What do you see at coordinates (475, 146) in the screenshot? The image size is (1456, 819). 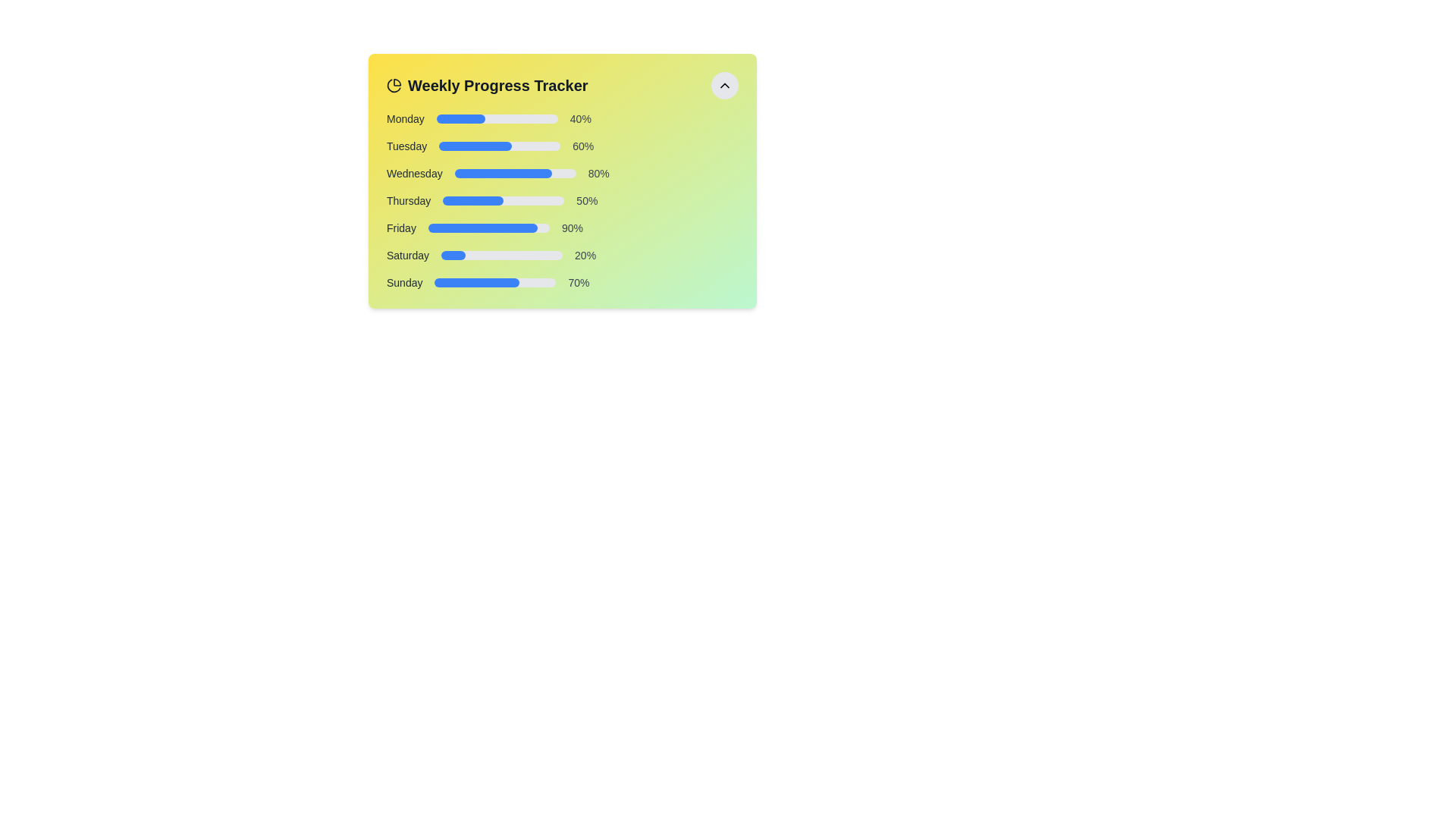 I see `the filled portion of the progress bar for 'Tuesday', which is a blue horizontal bar with rounded ends located in the progress tracker interface` at bounding box center [475, 146].